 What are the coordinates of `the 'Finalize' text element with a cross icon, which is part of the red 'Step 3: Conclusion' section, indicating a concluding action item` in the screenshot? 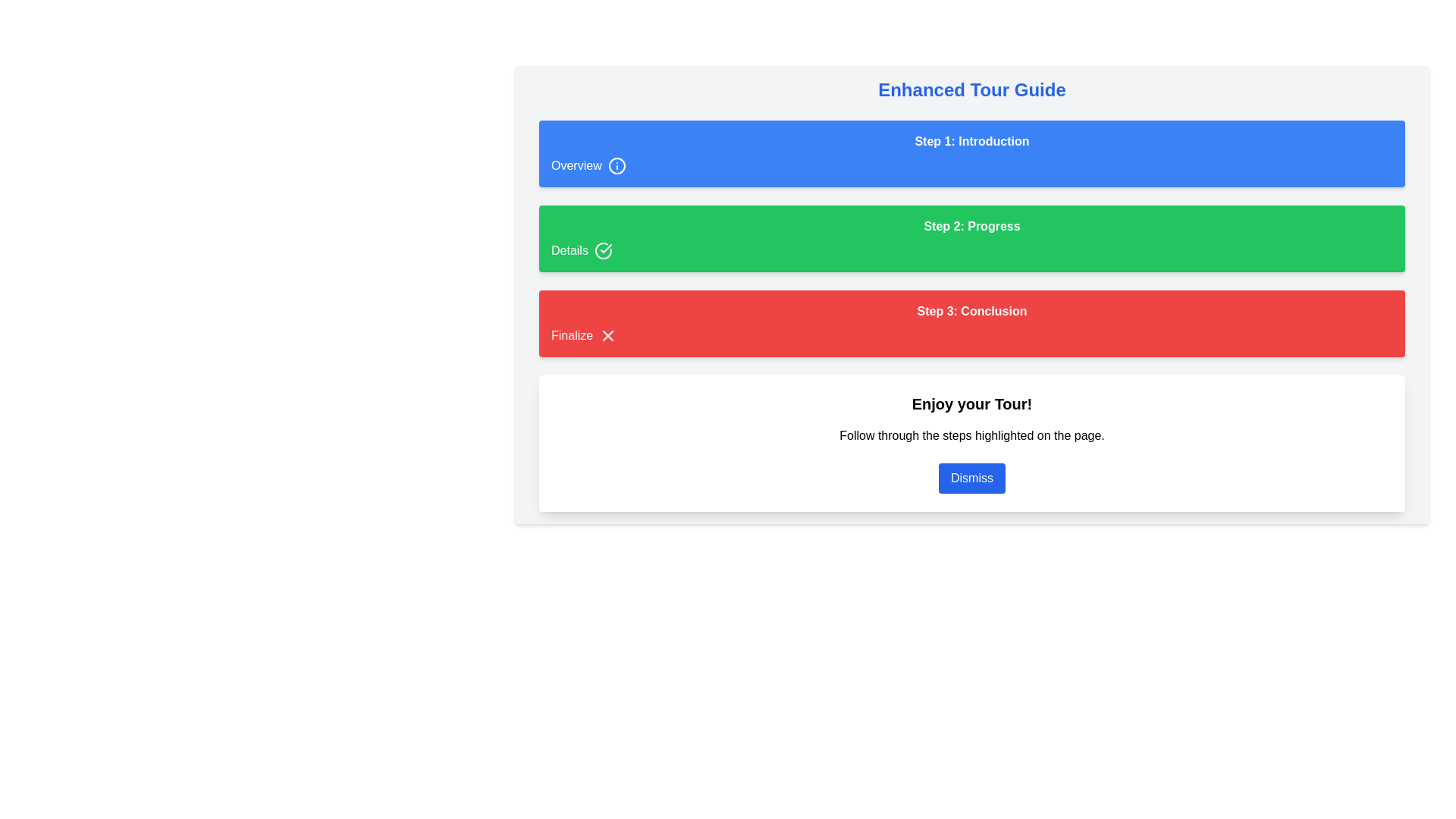 It's located at (971, 335).